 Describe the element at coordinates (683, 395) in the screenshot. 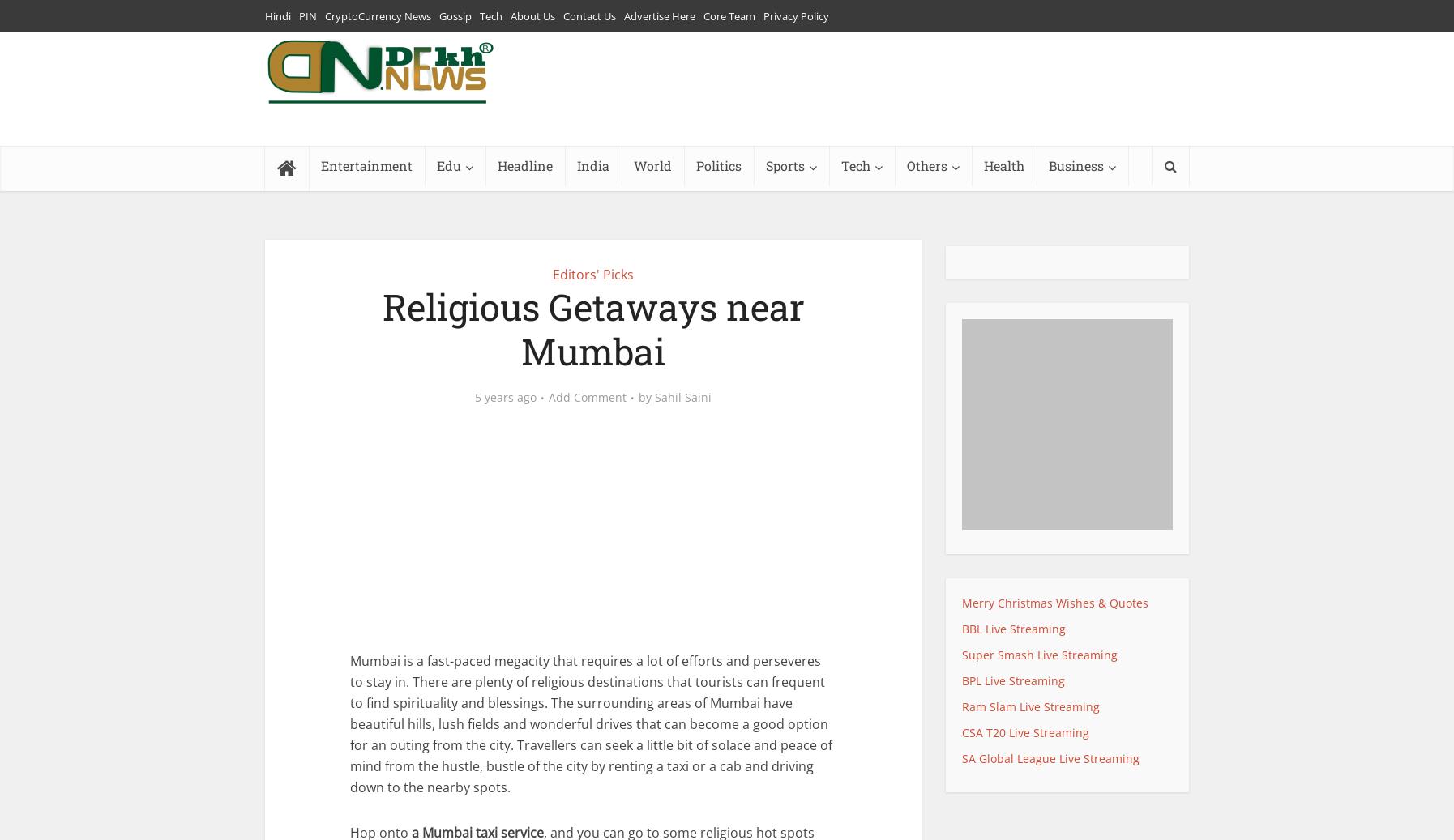

I see `'Sahil Saini'` at that location.